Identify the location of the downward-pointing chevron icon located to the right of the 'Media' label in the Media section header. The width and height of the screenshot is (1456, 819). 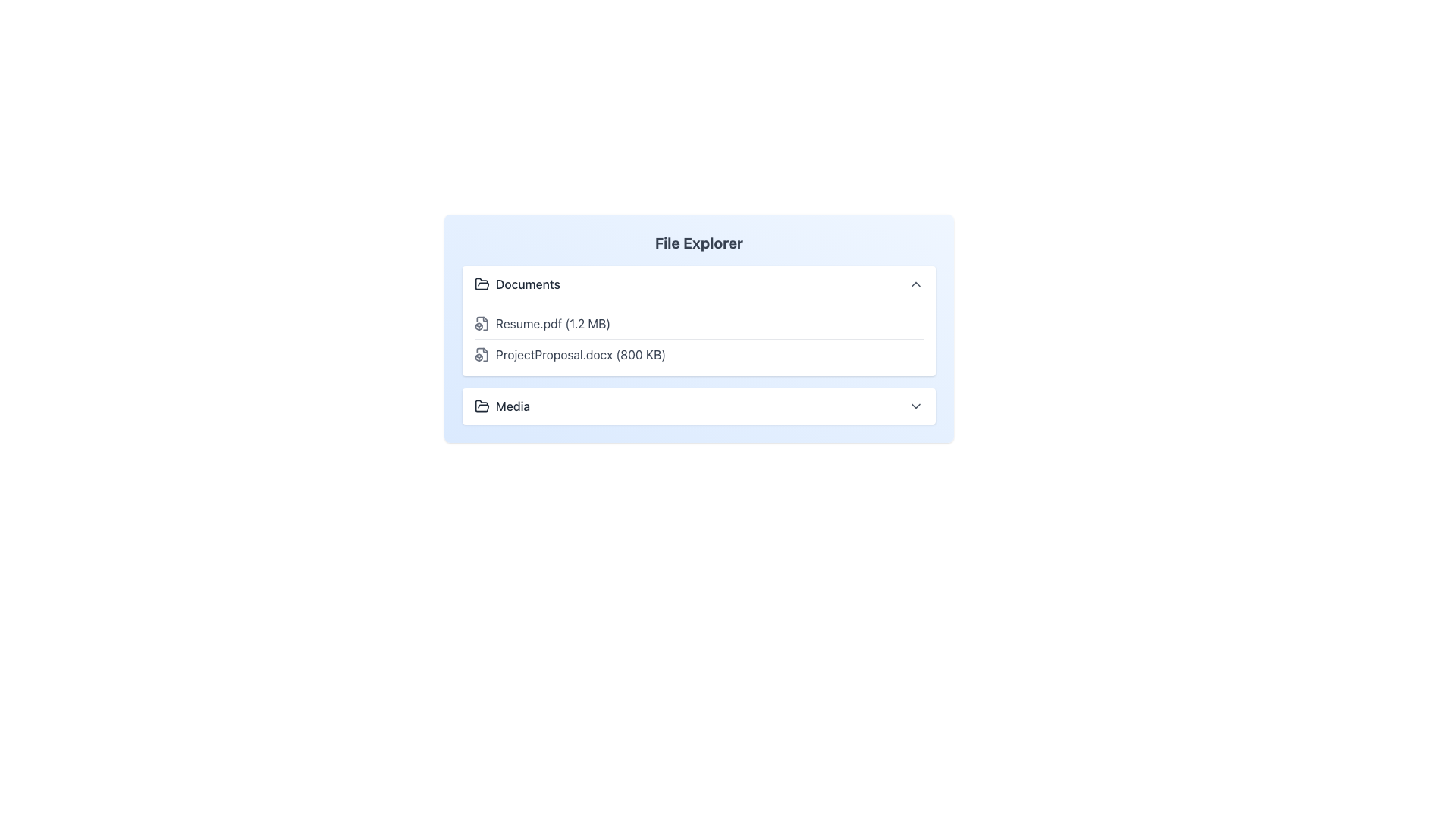
(915, 406).